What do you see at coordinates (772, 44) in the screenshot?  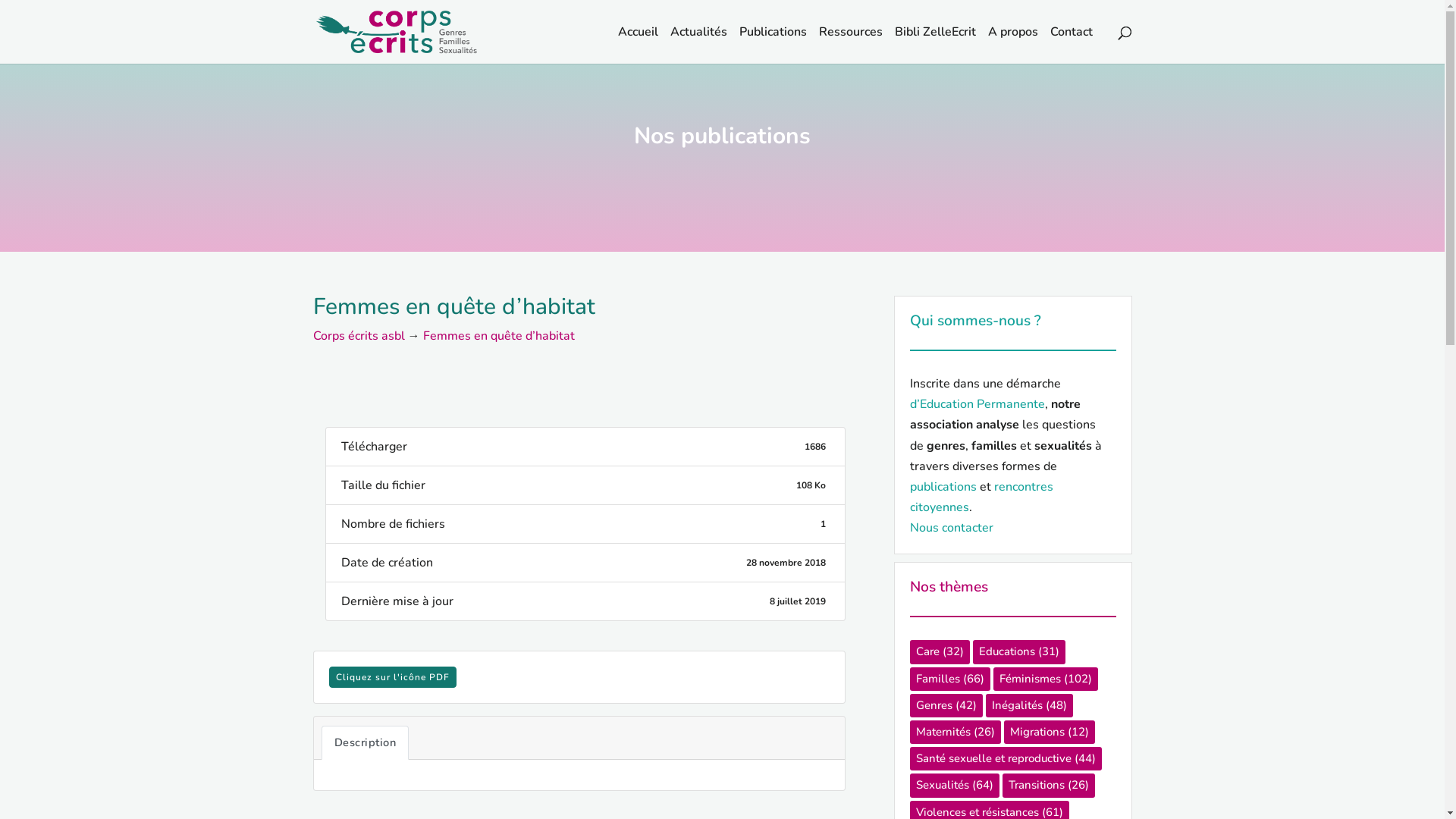 I see `'Publications'` at bounding box center [772, 44].